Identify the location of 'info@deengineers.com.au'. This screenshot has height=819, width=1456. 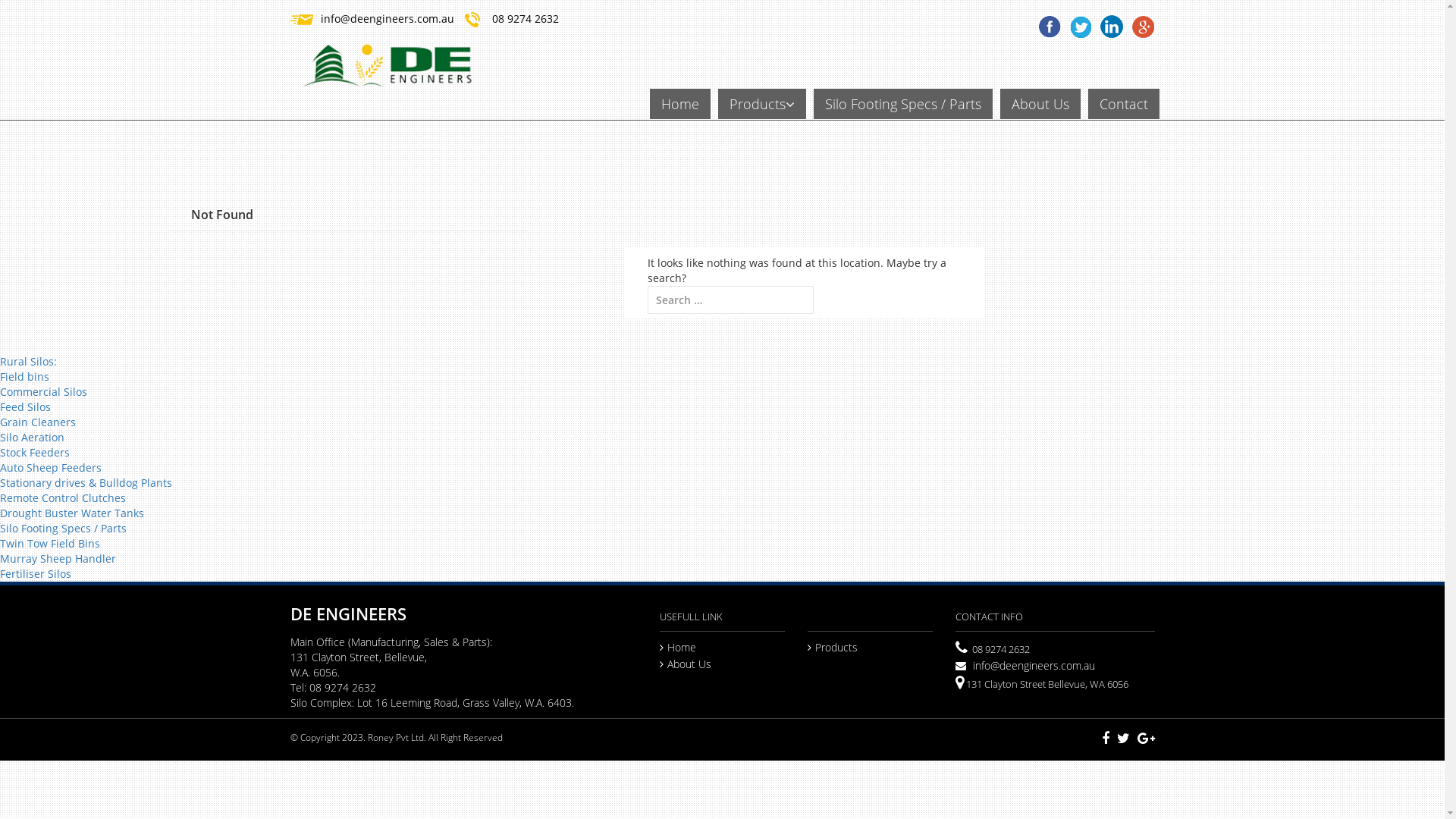
(386, 18).